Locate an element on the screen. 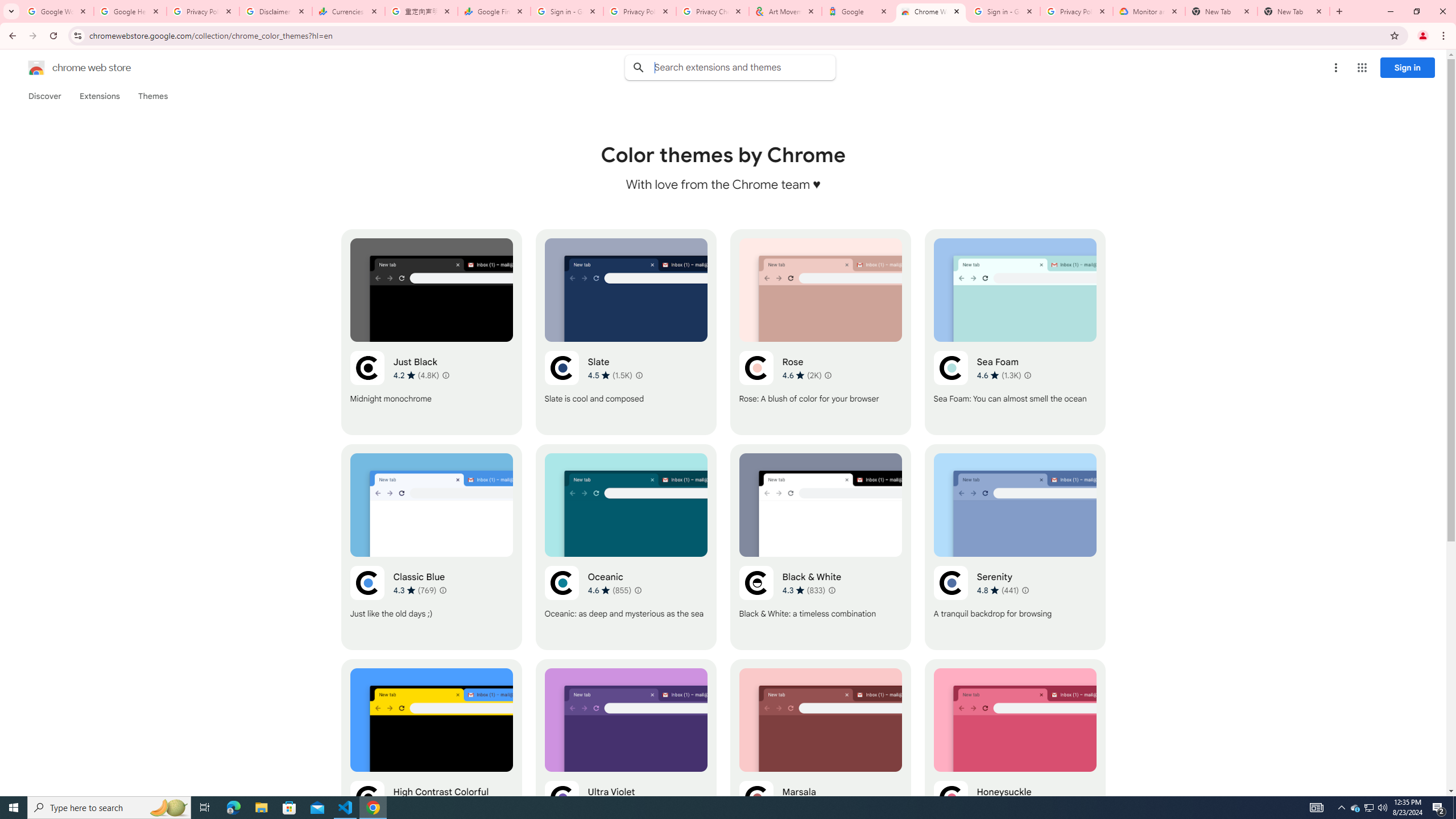 The width and height of the screenshot is (1456, 819). 'Search input' is located at coordinates (744, 67).